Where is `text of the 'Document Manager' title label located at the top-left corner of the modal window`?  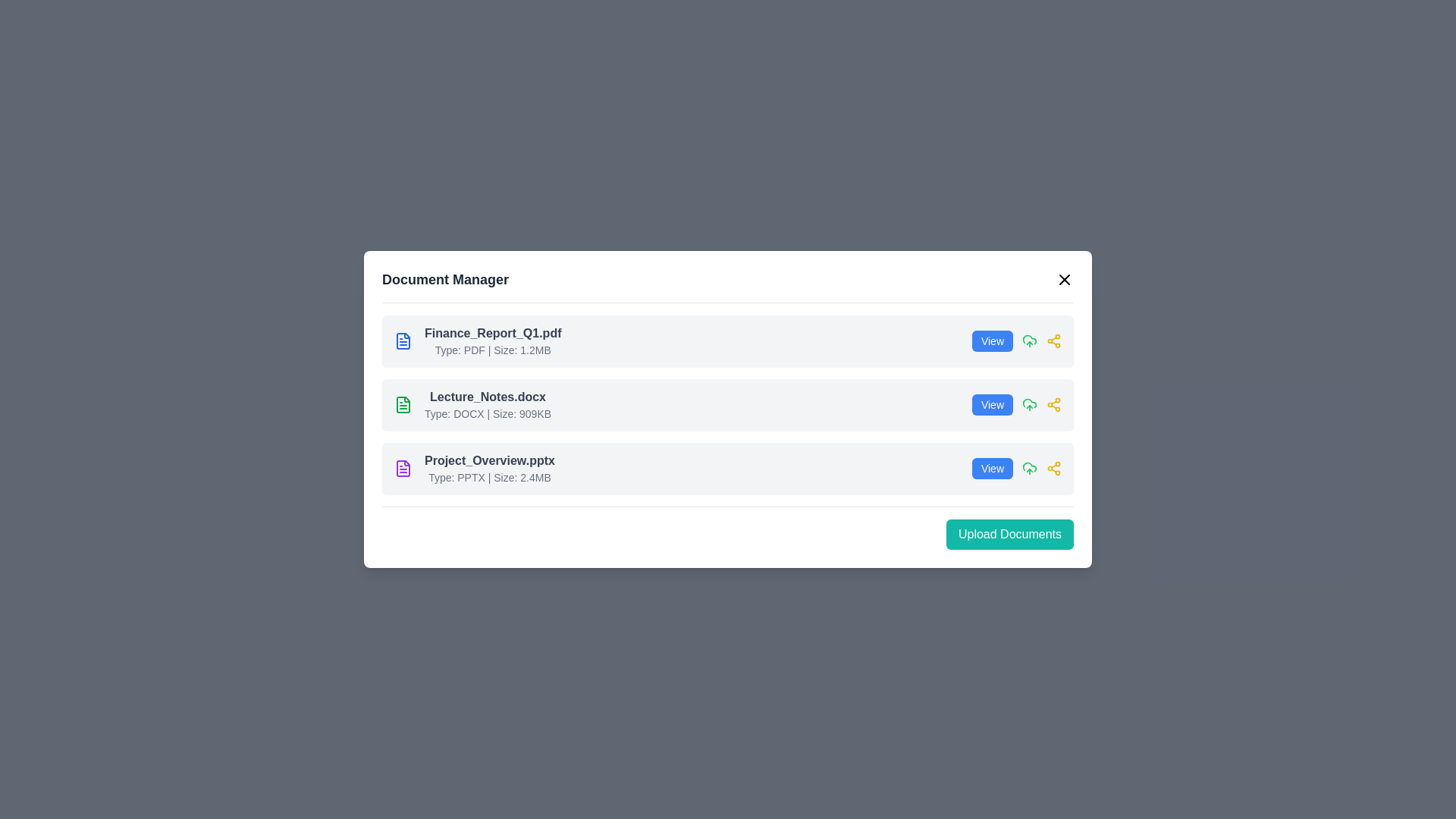 text of the 'Document Manager' title label located at the top-left corner of the modal window is located at coordinates (444, 280).